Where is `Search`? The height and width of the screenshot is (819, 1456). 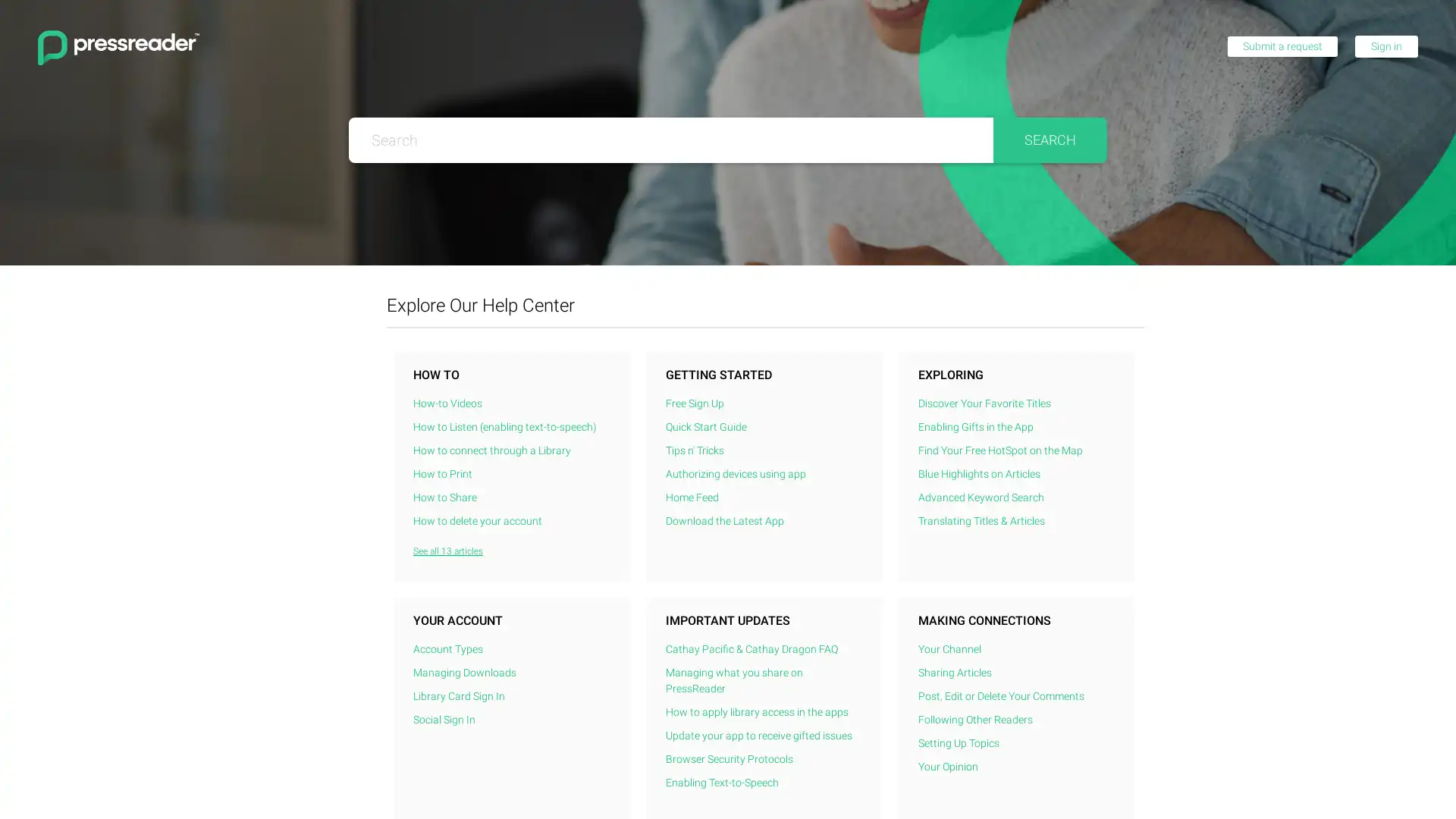 Search is located at coordinates (1050, 140).